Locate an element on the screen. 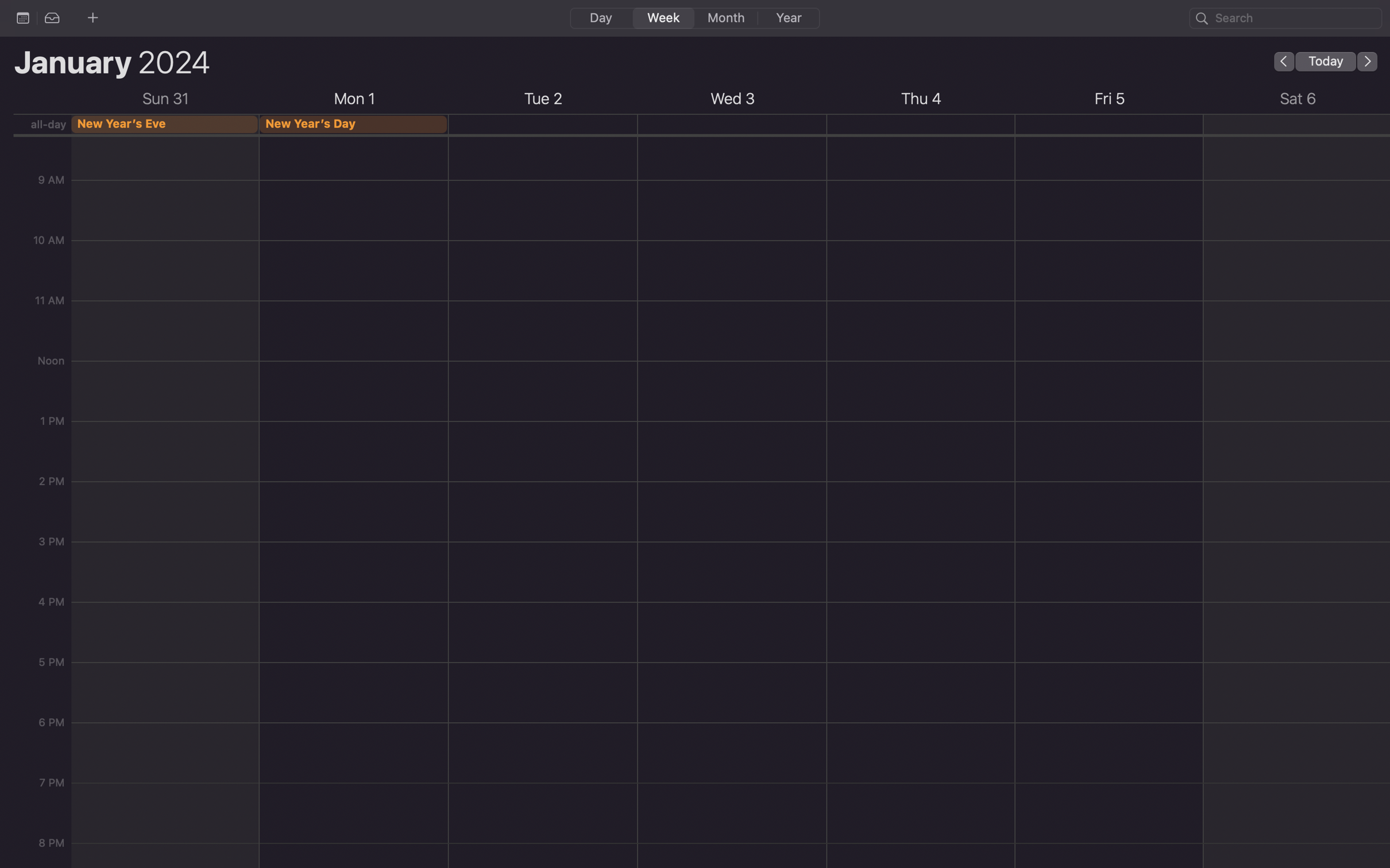  Schedule an event for 1 pm on coming Tuesday is located at coordinates (542, 560).